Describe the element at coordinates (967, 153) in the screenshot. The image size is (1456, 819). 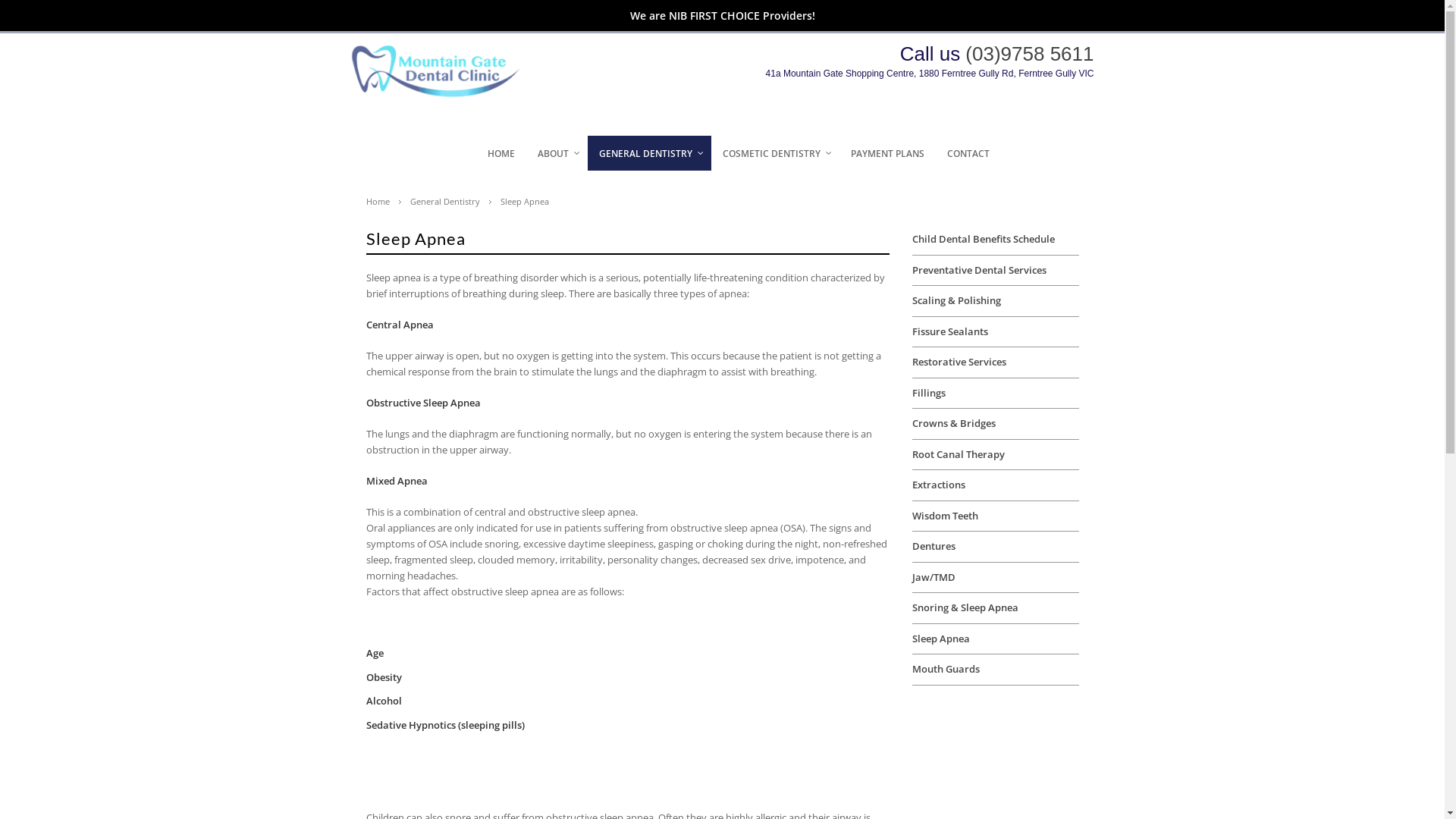
I see `'CONTACT'` at that location.